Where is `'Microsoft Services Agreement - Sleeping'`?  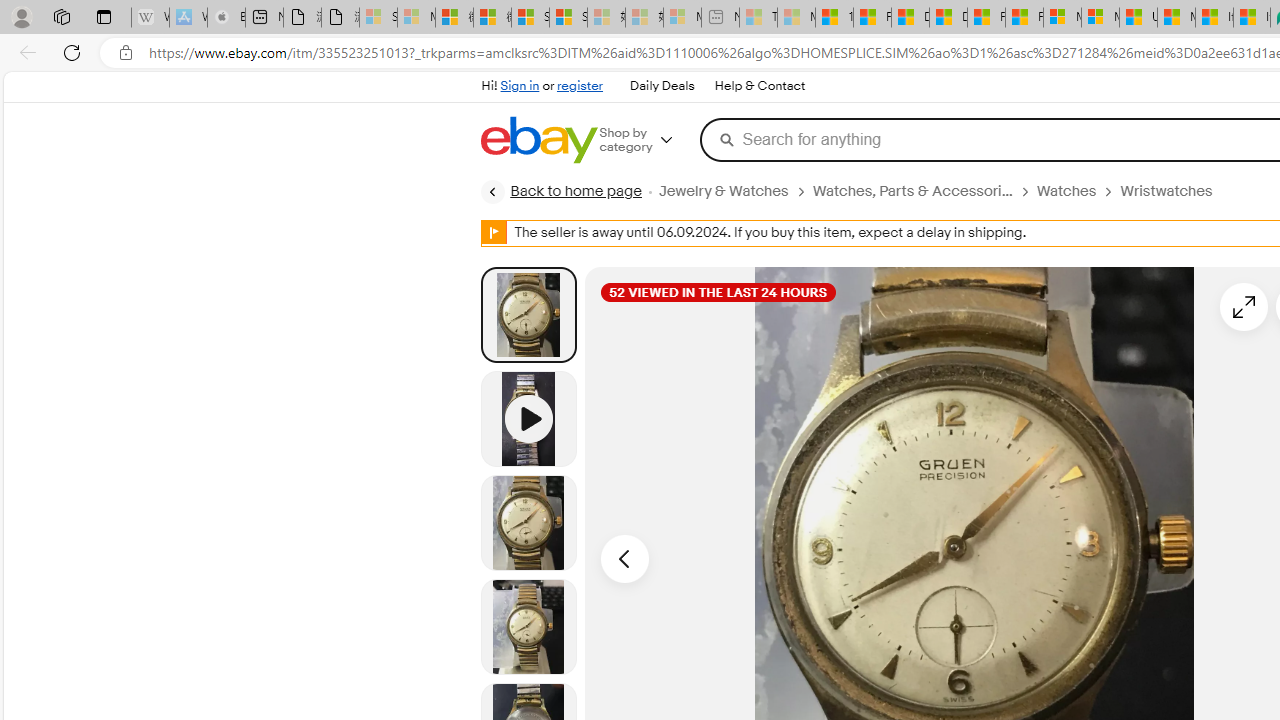 'Microsoft Services Agreement - Sleeping' is located at coordinates (415, 17).